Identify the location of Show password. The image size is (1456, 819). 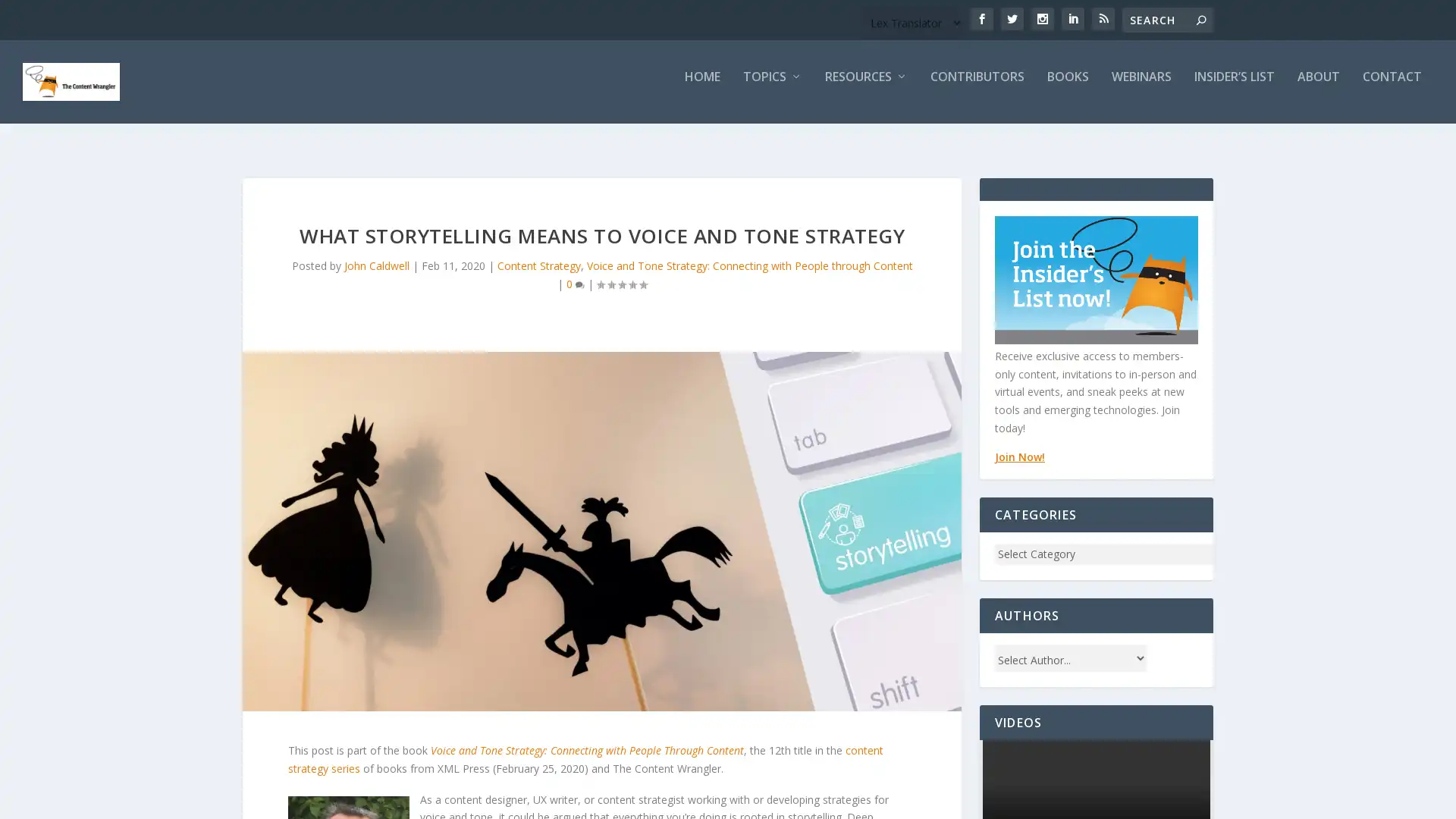
(304, 441).